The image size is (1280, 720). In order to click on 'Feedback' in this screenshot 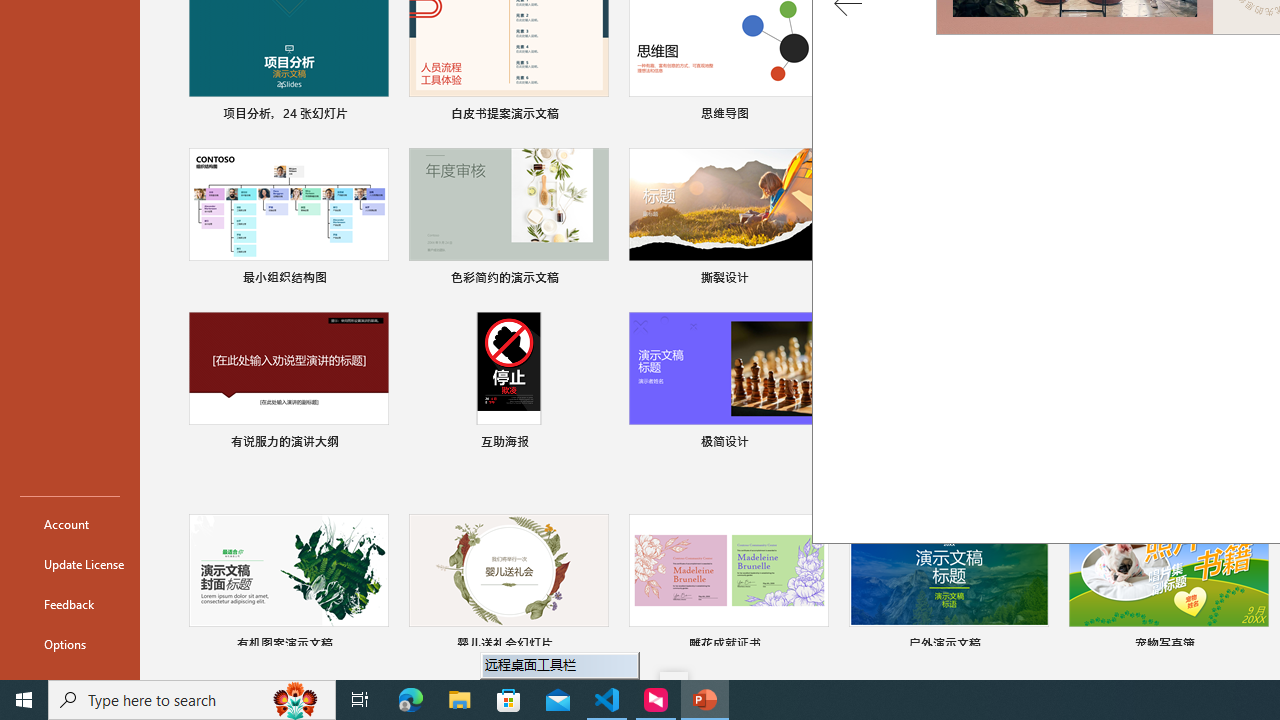, I will do `click(69, 603)`.